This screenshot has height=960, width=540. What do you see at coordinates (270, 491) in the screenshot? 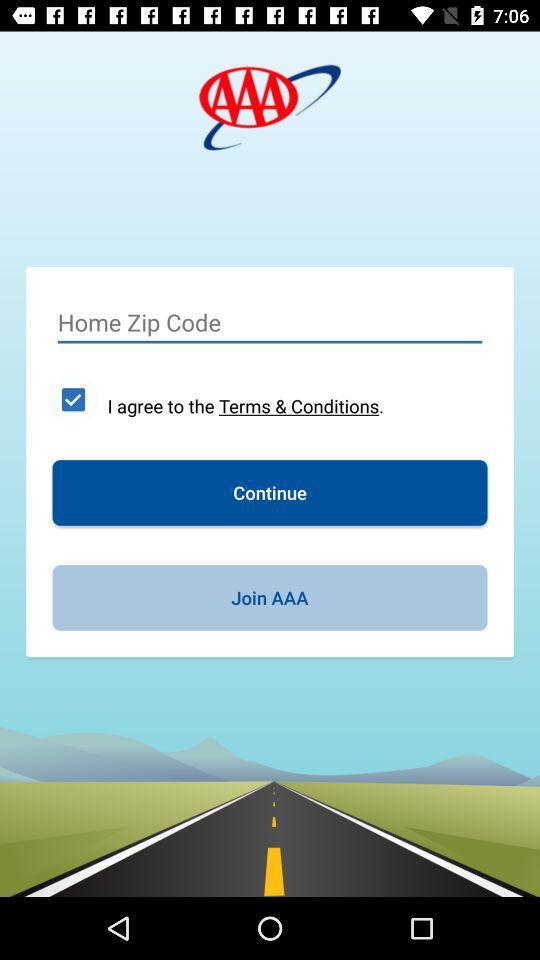
I see `continue item` at bounding box center [270, 491].